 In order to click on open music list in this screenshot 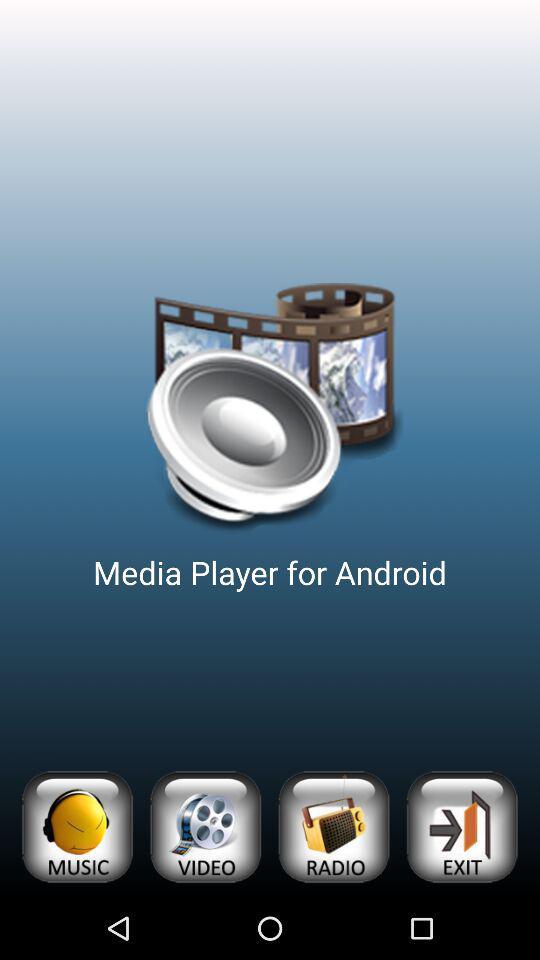, I will do `click(76, 827)`.